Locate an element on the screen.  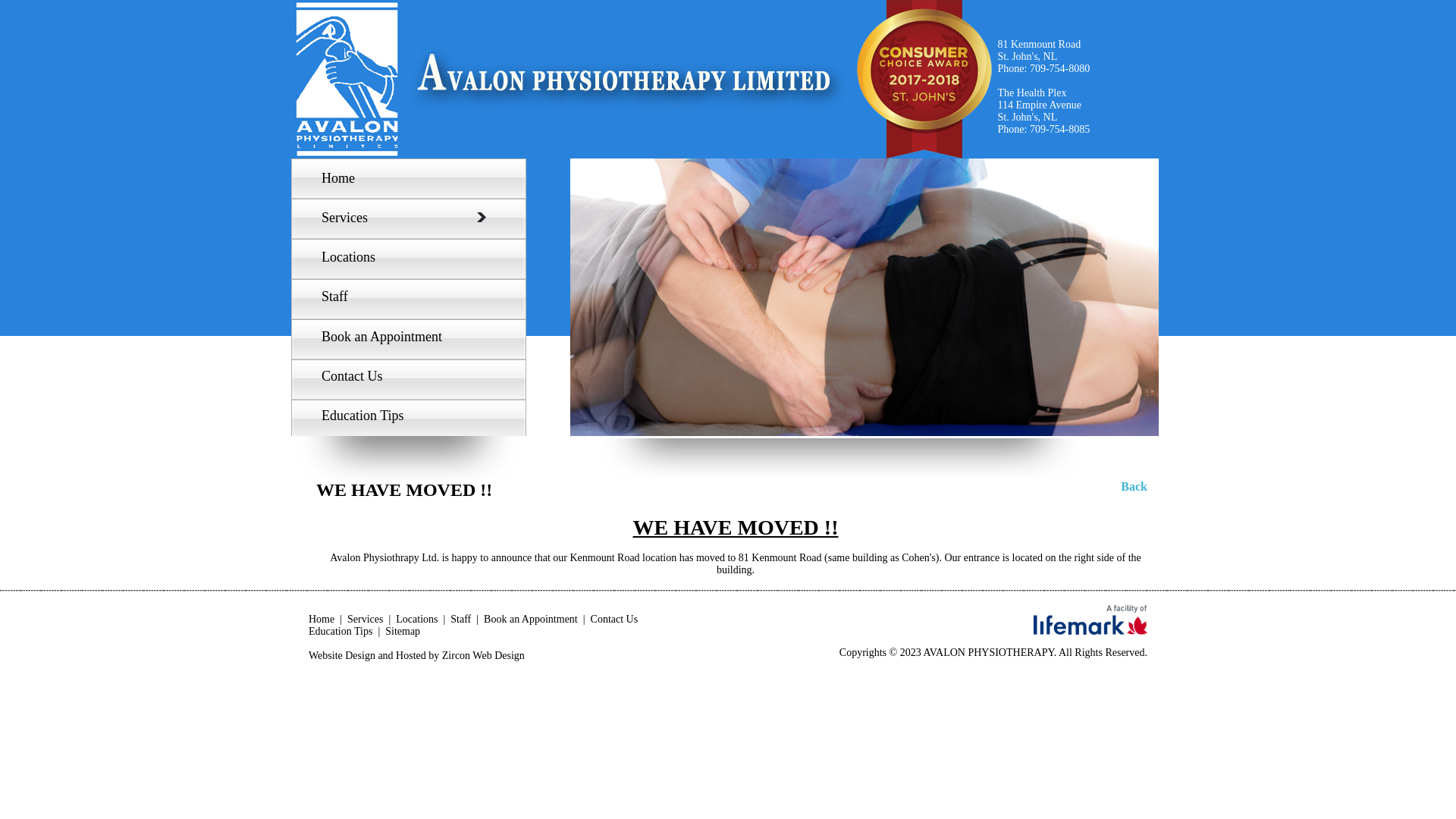
'Back' is located at coordinates (1134, 486).